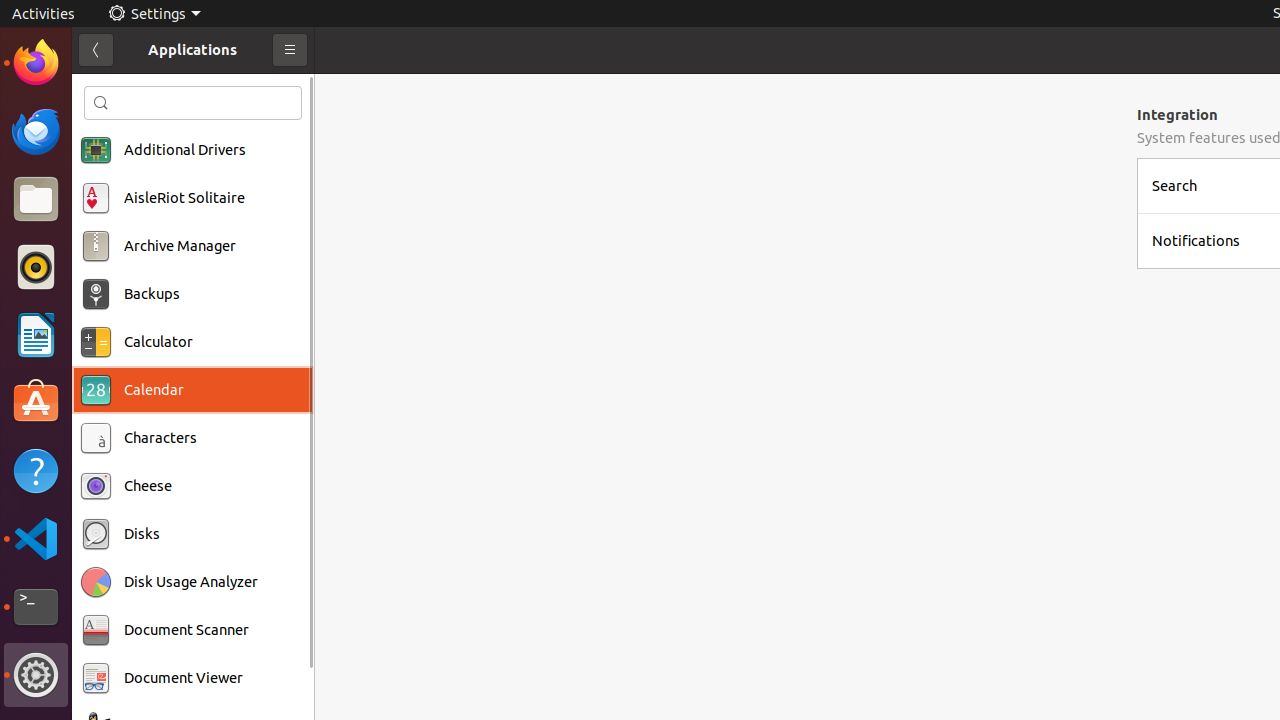 Image resolution: width=1280 pixels, height=720 pixels. I want to click on 'Applications', so click(192, 48).